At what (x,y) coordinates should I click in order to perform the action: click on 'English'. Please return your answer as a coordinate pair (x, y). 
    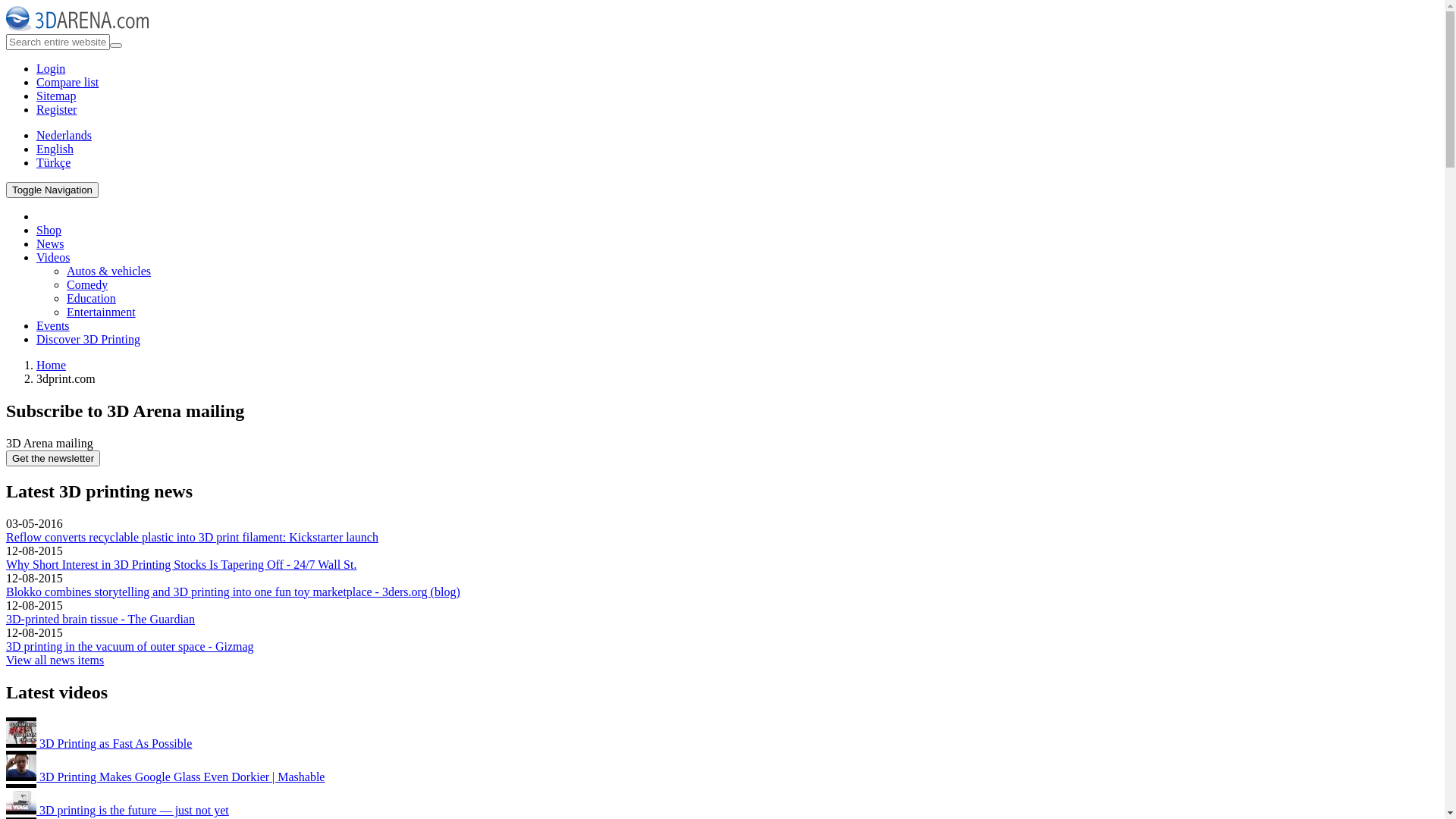
    Looking at the image, I should click on (36, 149).